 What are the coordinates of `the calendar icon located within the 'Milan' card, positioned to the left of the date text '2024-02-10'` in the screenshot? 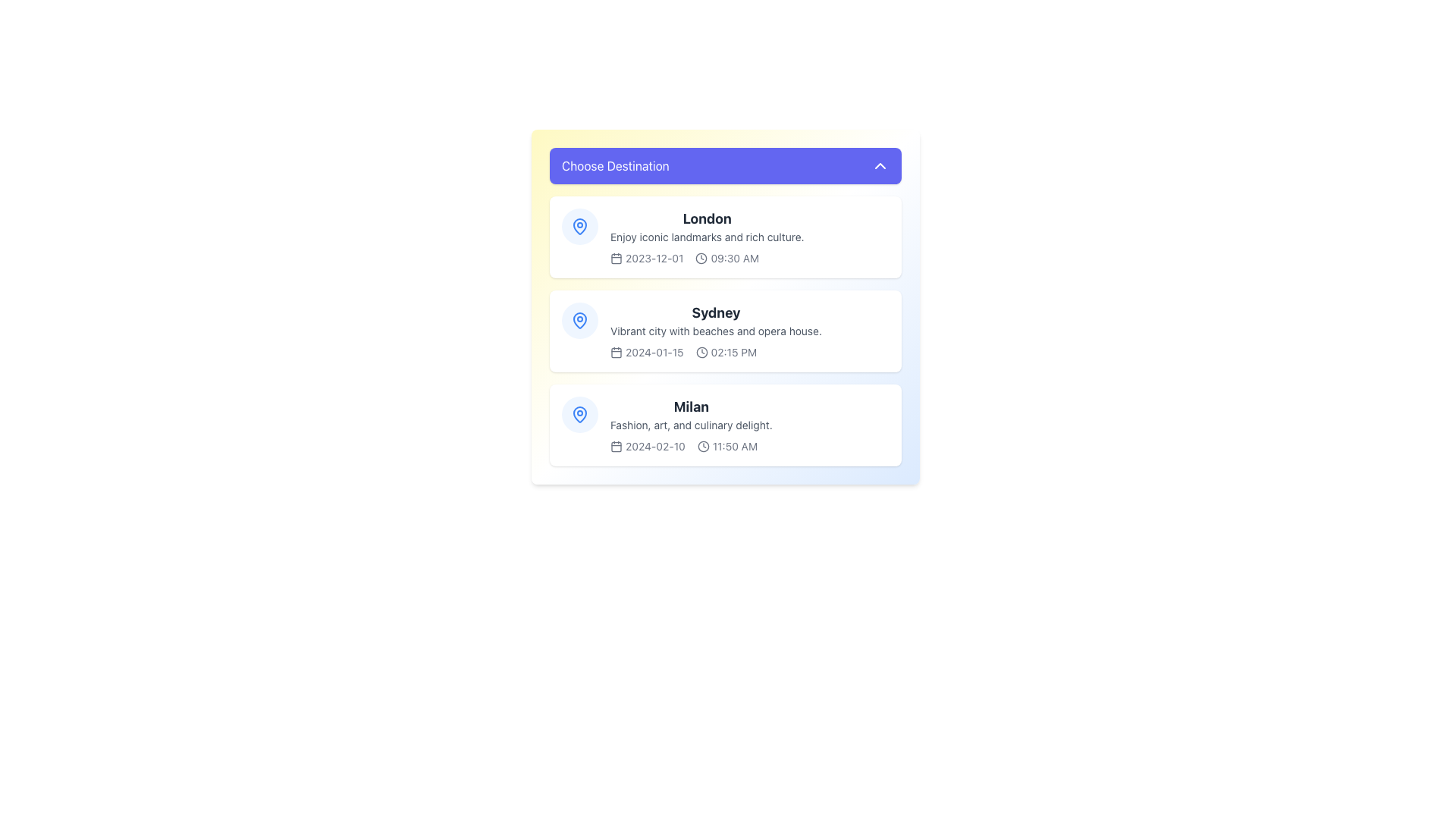 It's located at (616, 446).